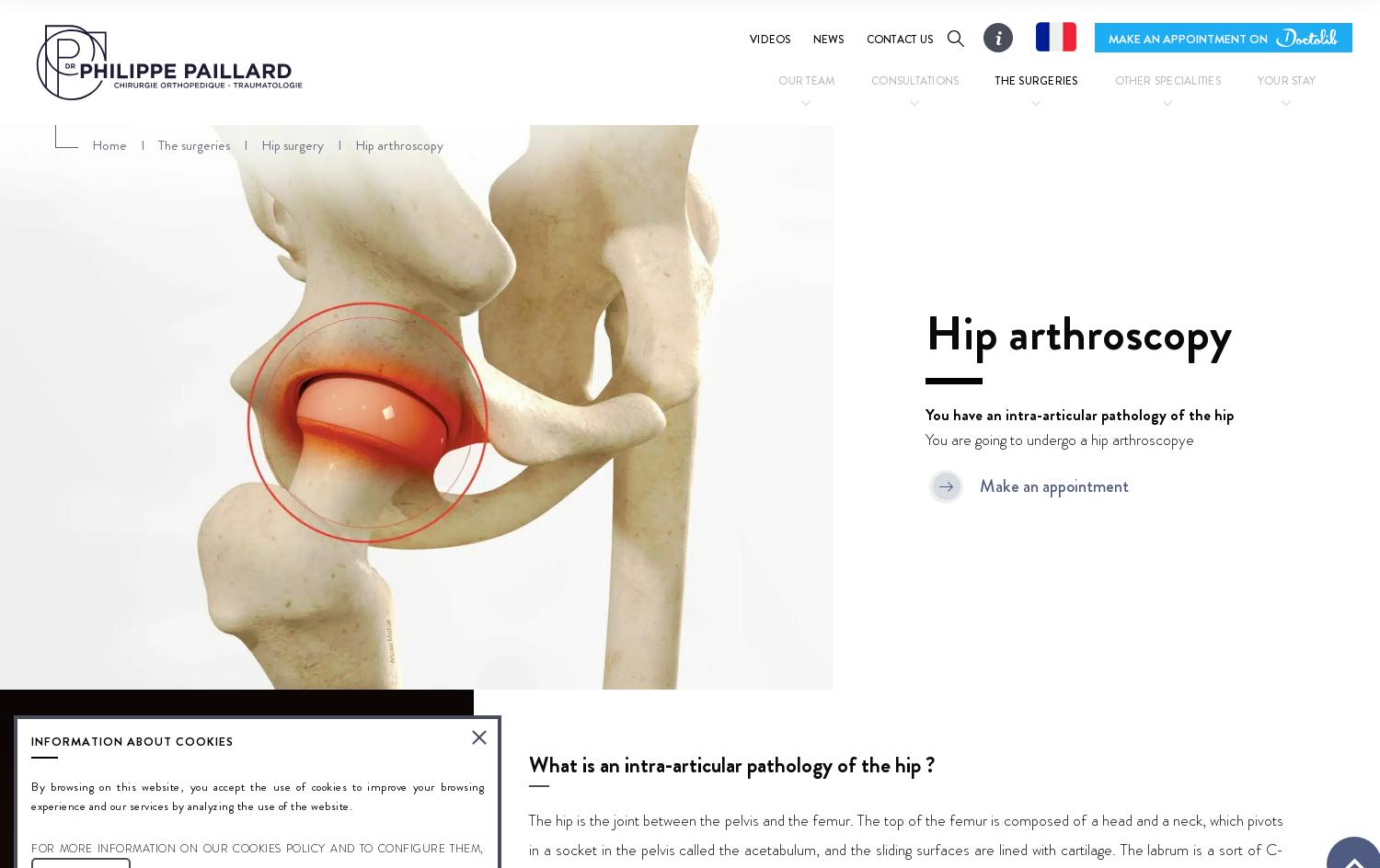  Describe the element at coordinates (1181, 211) in the screenshot. I see `'Endermotherapy'` at that location.